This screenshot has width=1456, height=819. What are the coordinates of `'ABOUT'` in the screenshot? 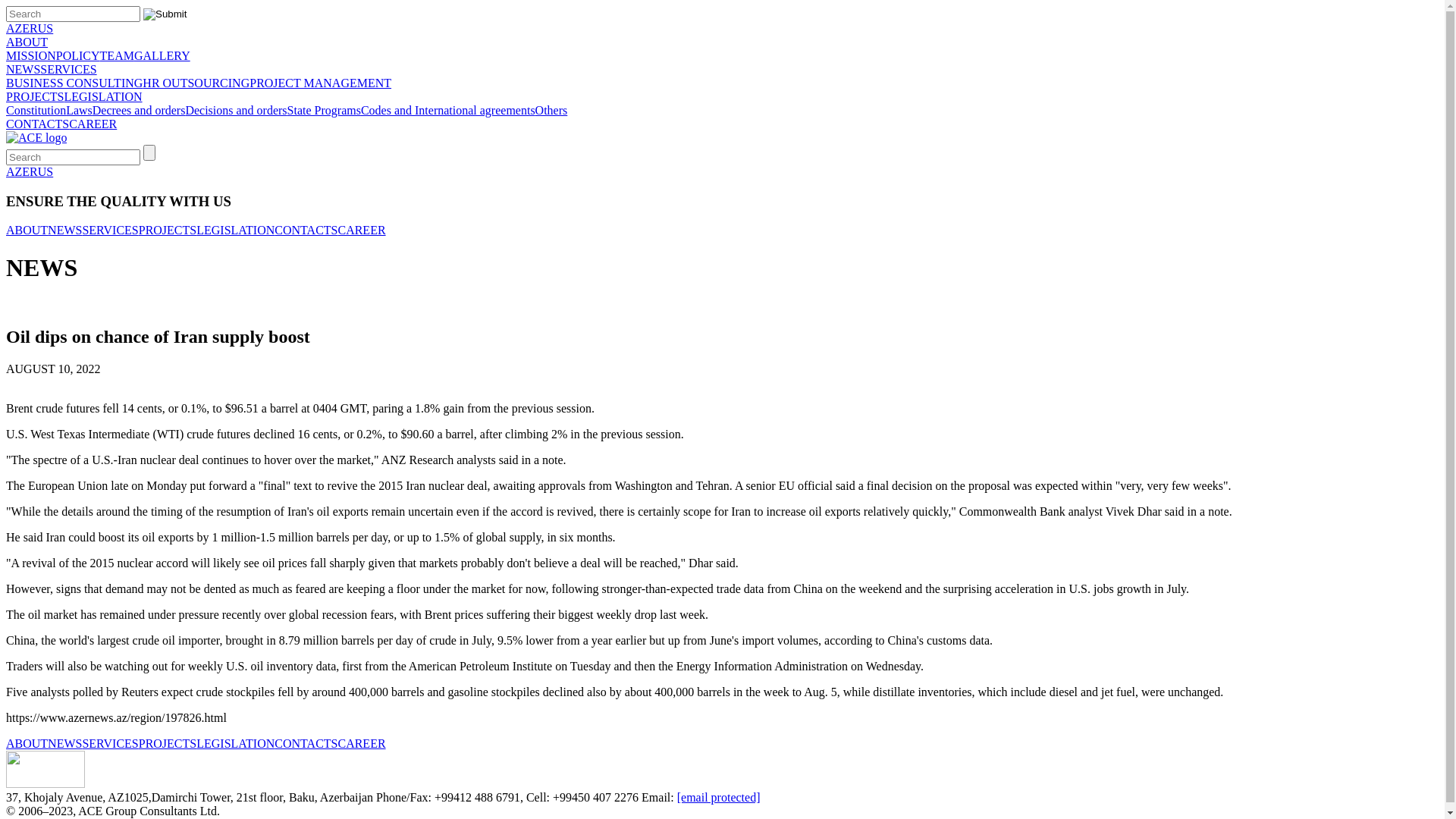 It's located at (27, 230).